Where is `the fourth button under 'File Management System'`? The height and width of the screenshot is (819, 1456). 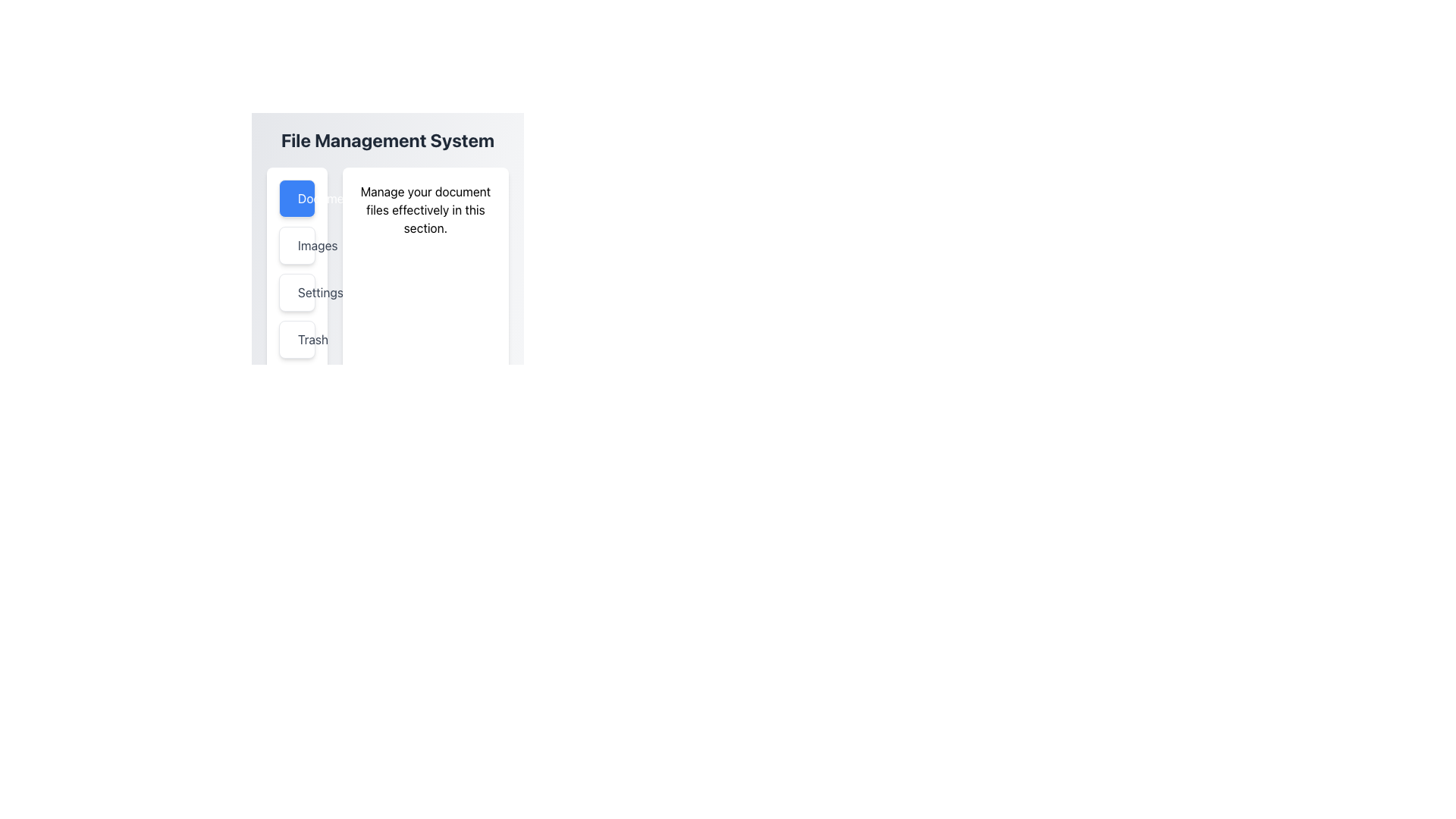
the fourth button under 'File Management System' is located at coordinates (297, 338).